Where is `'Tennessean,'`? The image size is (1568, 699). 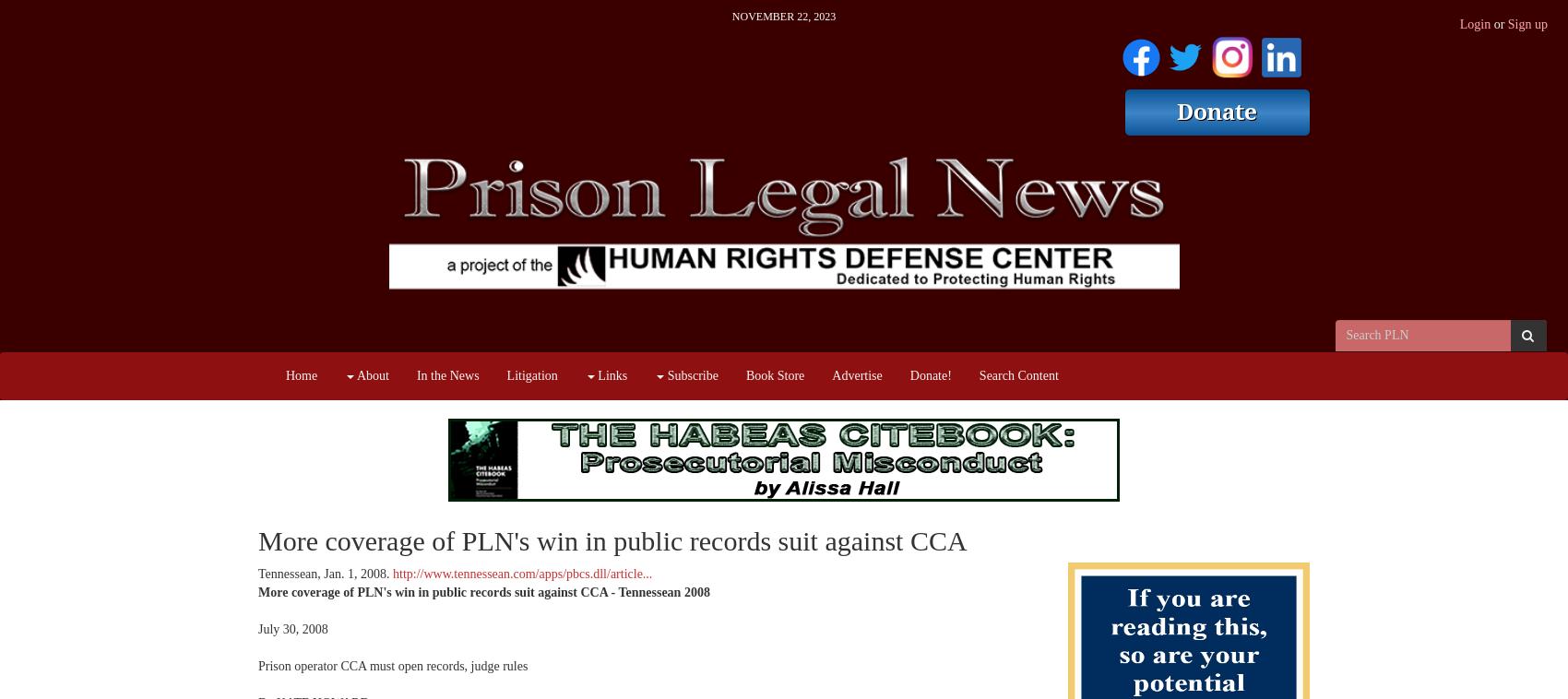 'Tennessean,' is located at coordinates (291, 574).